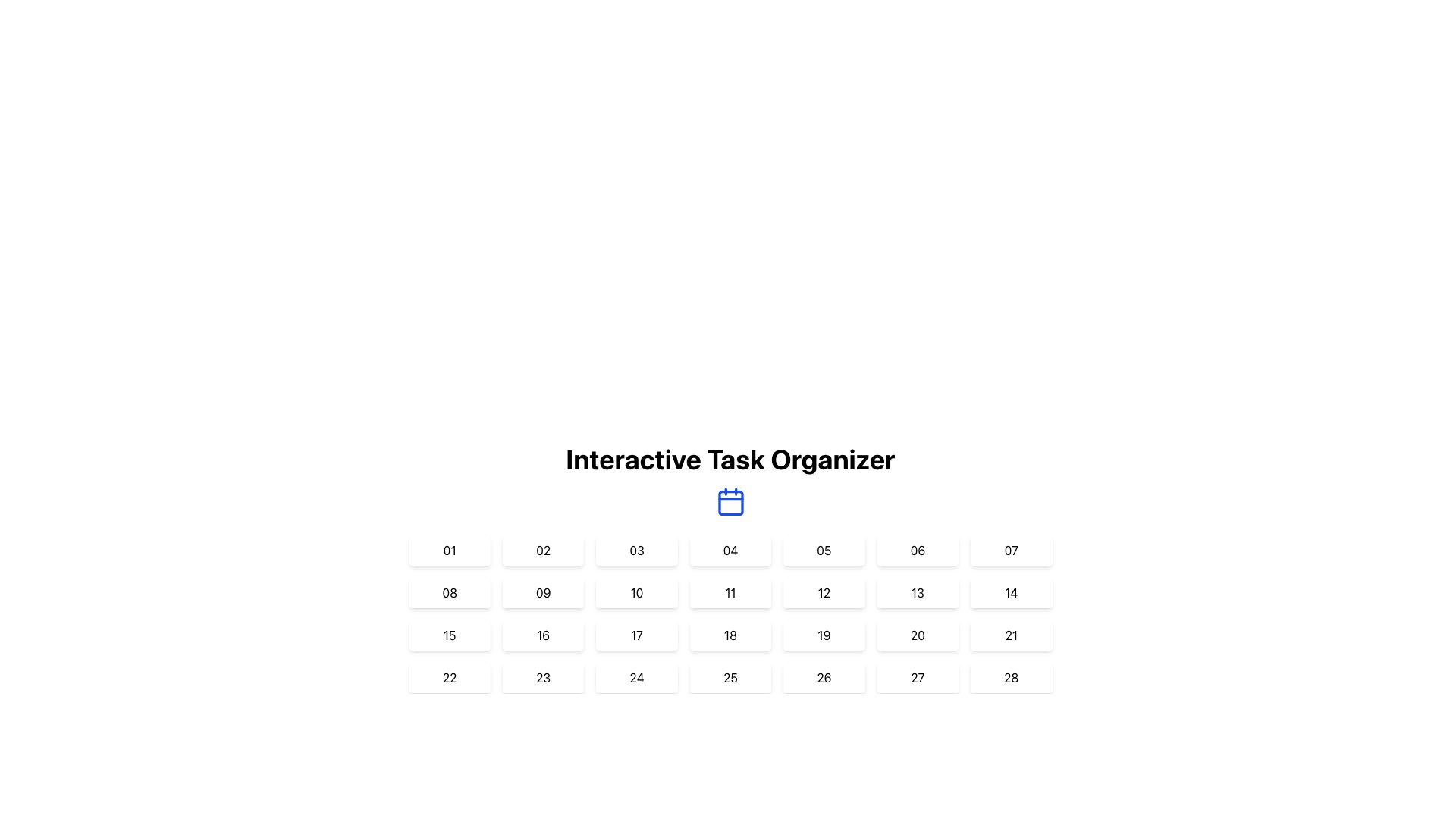  What do you see at coordinates (730, 635) in the screenshot?
I see `the rectangular button styled as a tile with a rounded border, light gray background, and shadowed edges, displaying the number '18' in black` at bounding box center [730, 635].